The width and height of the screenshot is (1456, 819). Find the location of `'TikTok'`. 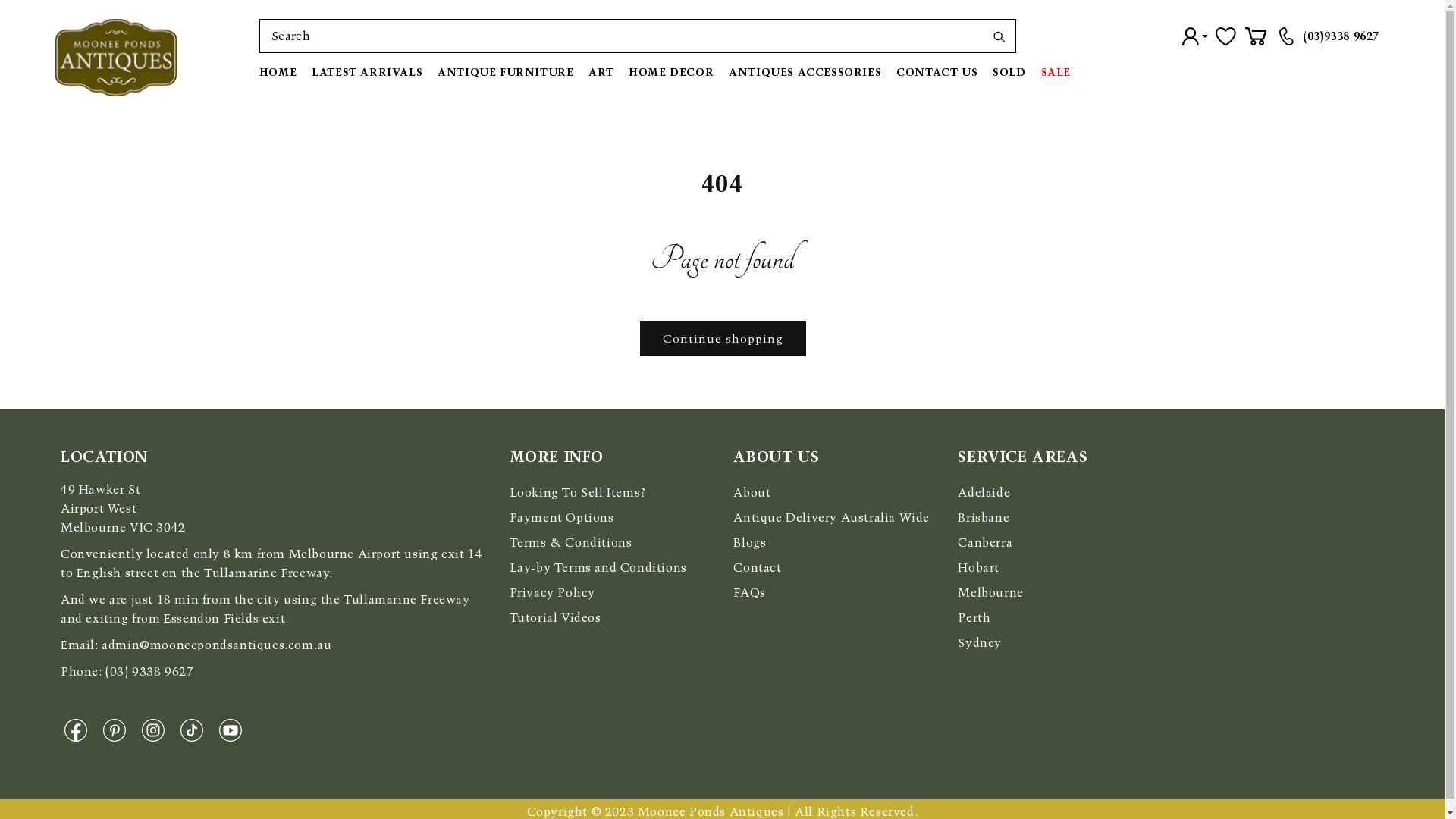

'TikTok' is located at coordinates (195, 730).